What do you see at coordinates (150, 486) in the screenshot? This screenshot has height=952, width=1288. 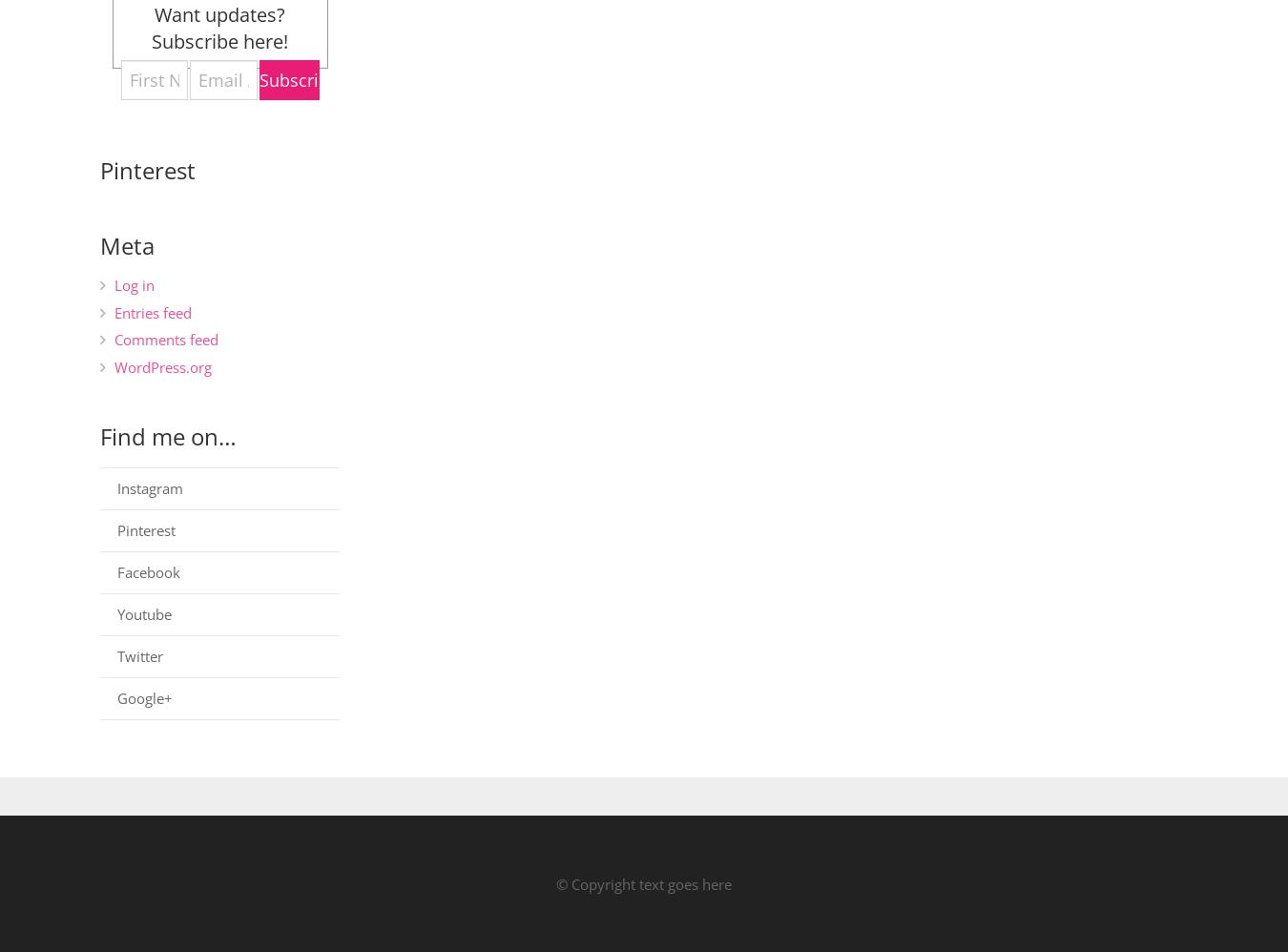 I see `'Instagram'` at bounding box center [150, 486].